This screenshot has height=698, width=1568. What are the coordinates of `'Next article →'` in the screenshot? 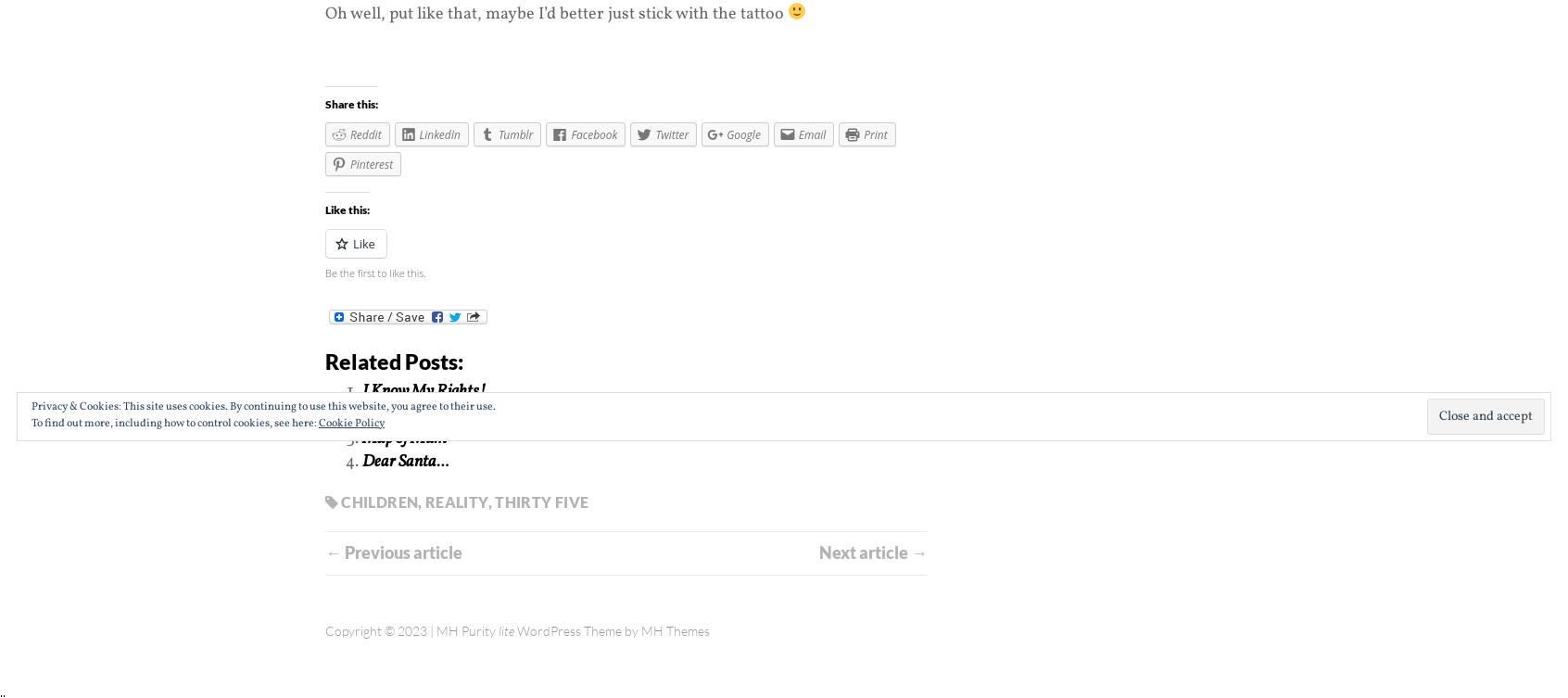 It's located at (873, 552).